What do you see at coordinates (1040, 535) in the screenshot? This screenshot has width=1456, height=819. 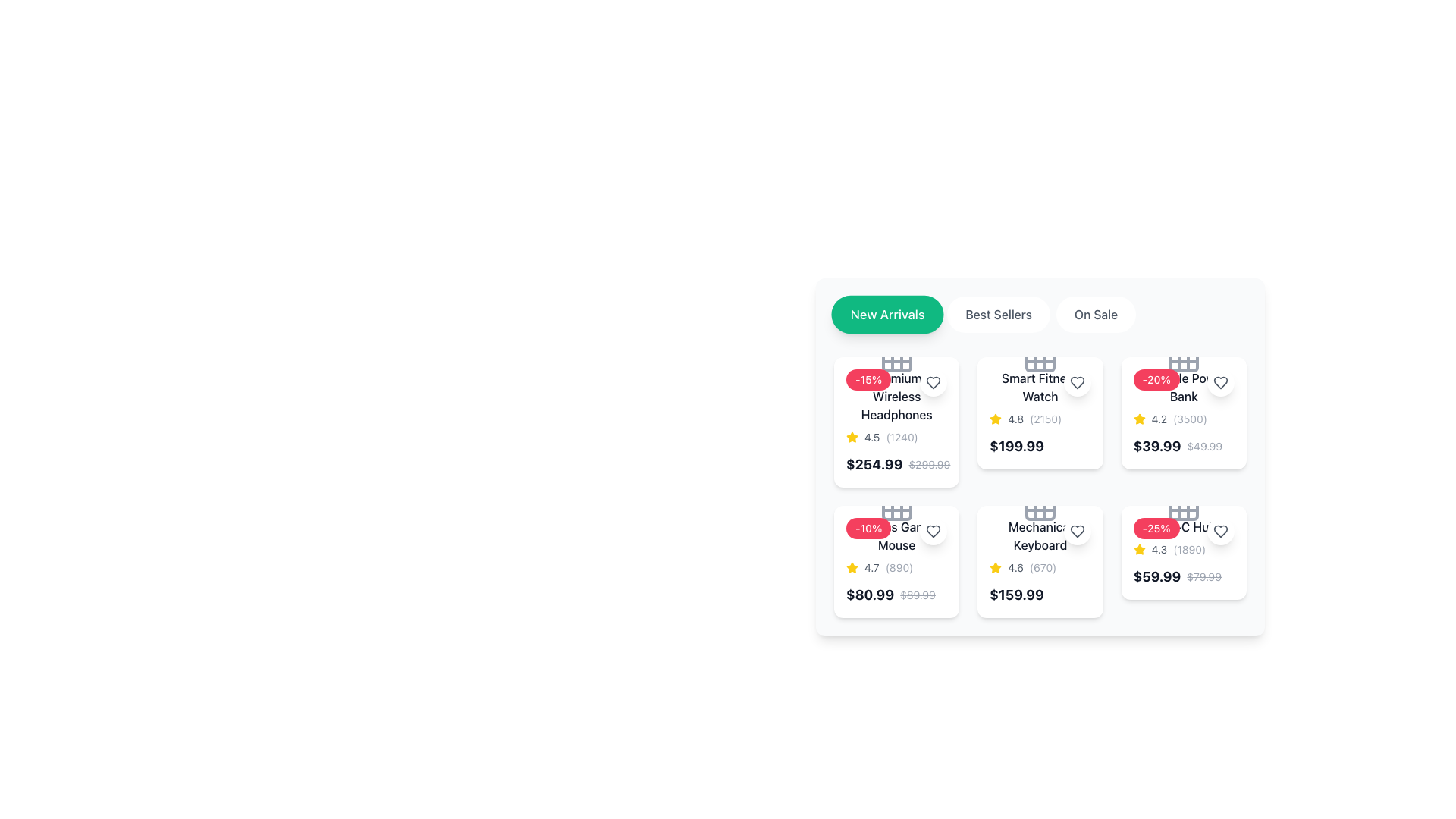 I see `the 'Mechanical Keyboard' text label, which is styled with a medium font weight and dark gray color, located in the second row and third column of the grid` at bounding box center [1040, 535].